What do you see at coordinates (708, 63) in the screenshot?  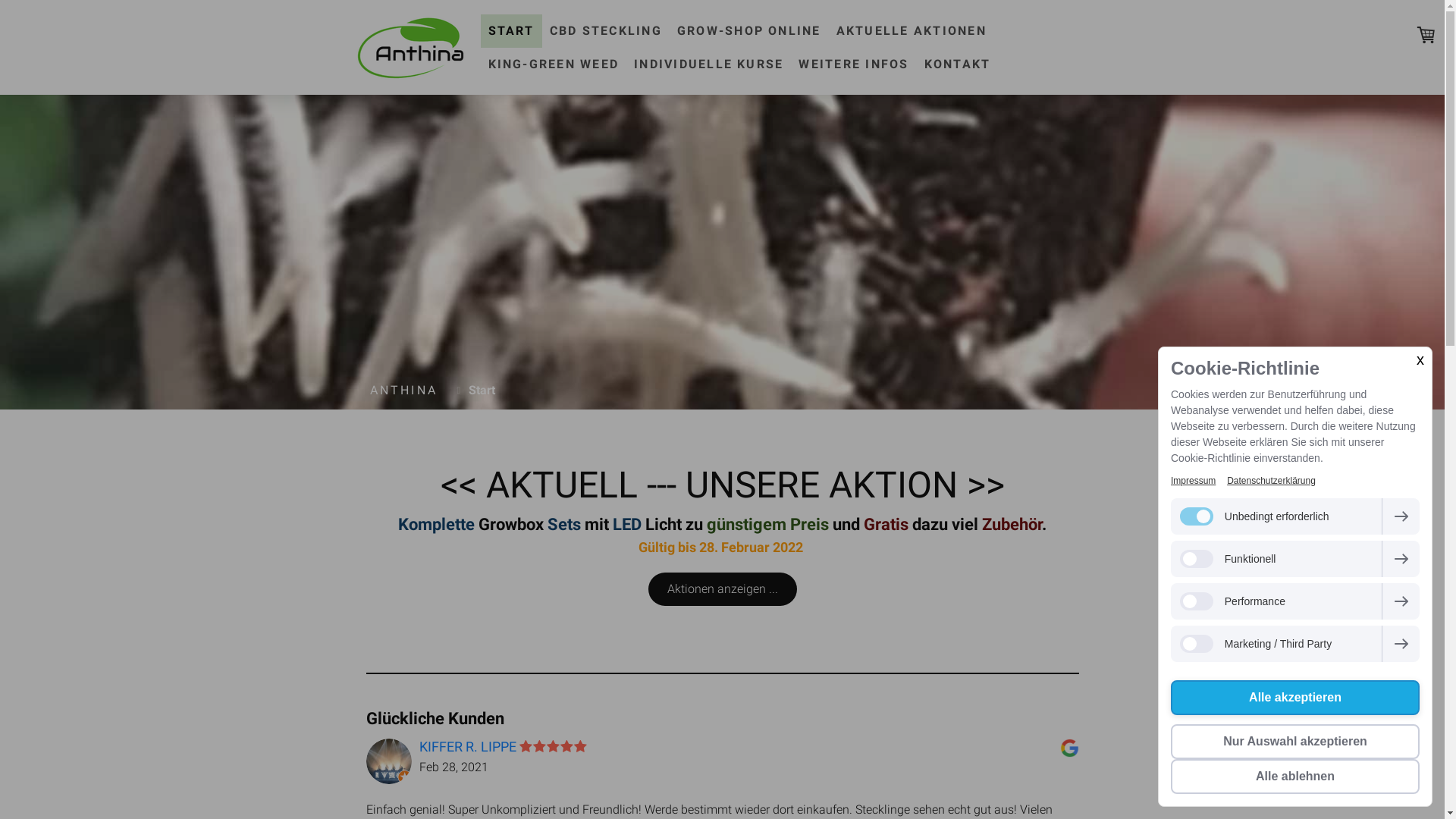 I see `'INDIVIDUELLE KURSE'` at bounding box center [708, 63].